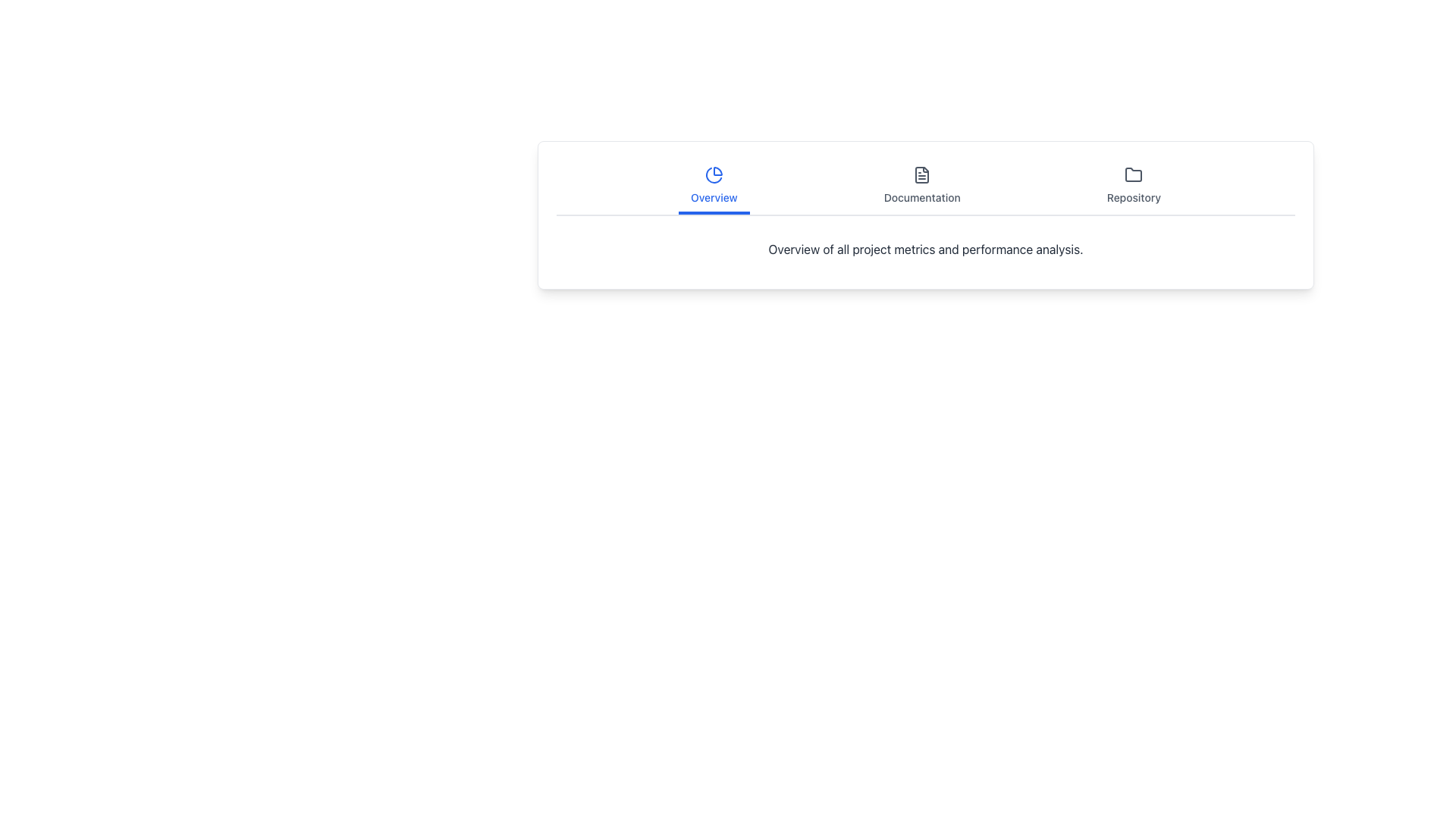  Describe the element at coordinates (924, 248) in the screenshot. I see `information provided in the 'Overview' section text element, which is located below the navigation bar and centered within the content area` at that location.